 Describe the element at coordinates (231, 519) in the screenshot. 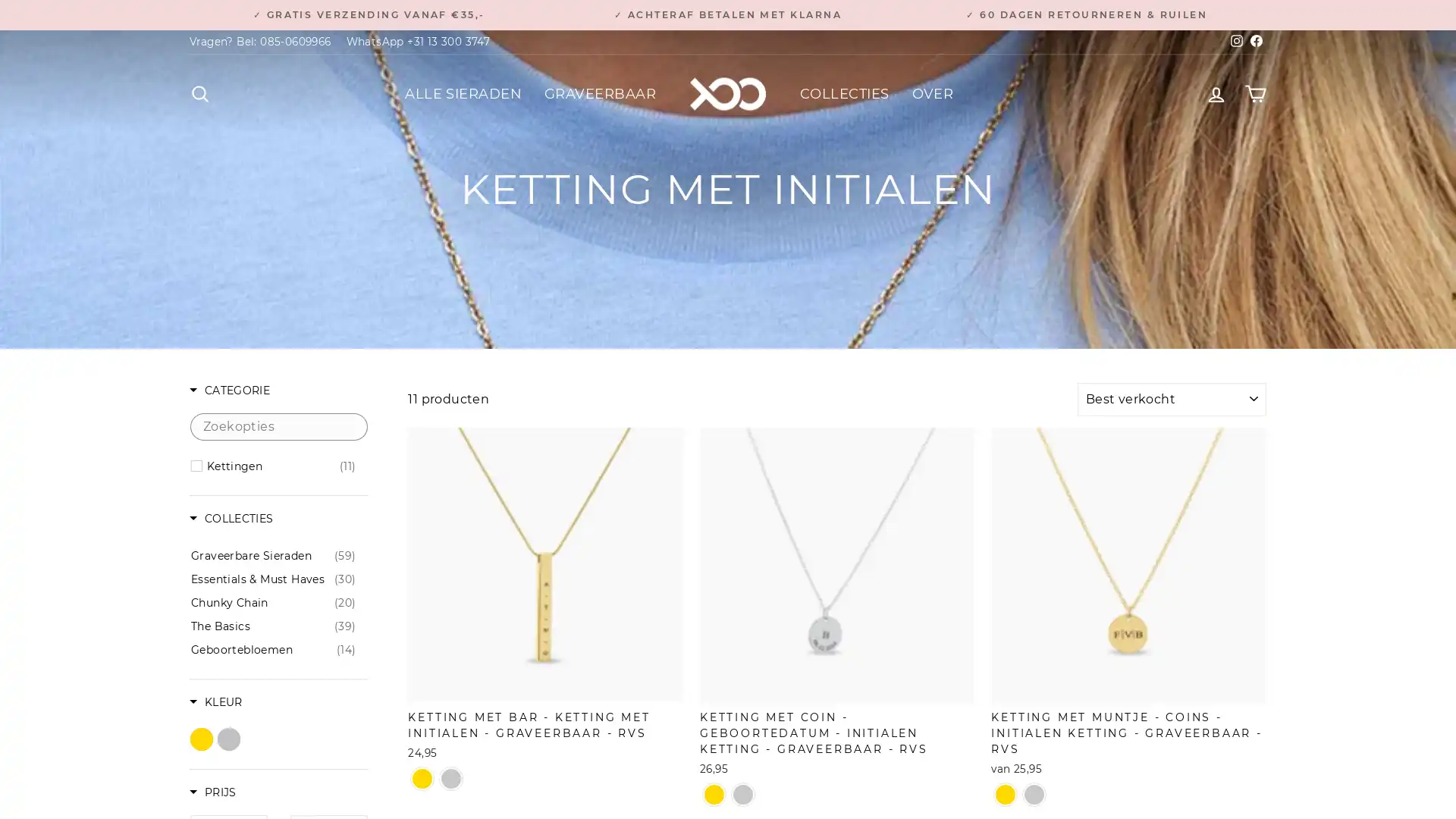

I see `Filter by Collecties` at that location.